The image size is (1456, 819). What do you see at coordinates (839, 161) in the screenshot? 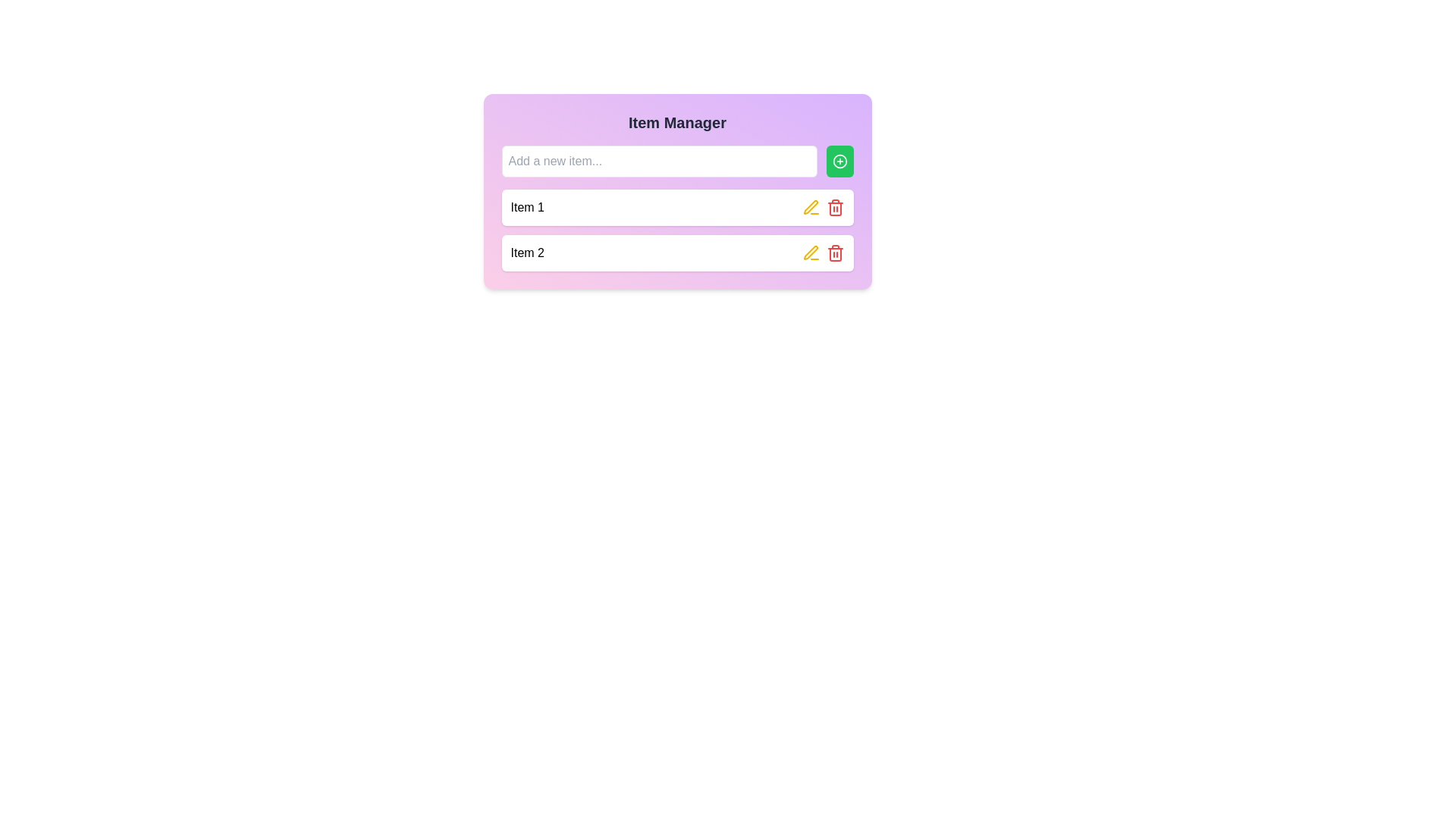
I see `the action button` at bounding box center [839, 161].